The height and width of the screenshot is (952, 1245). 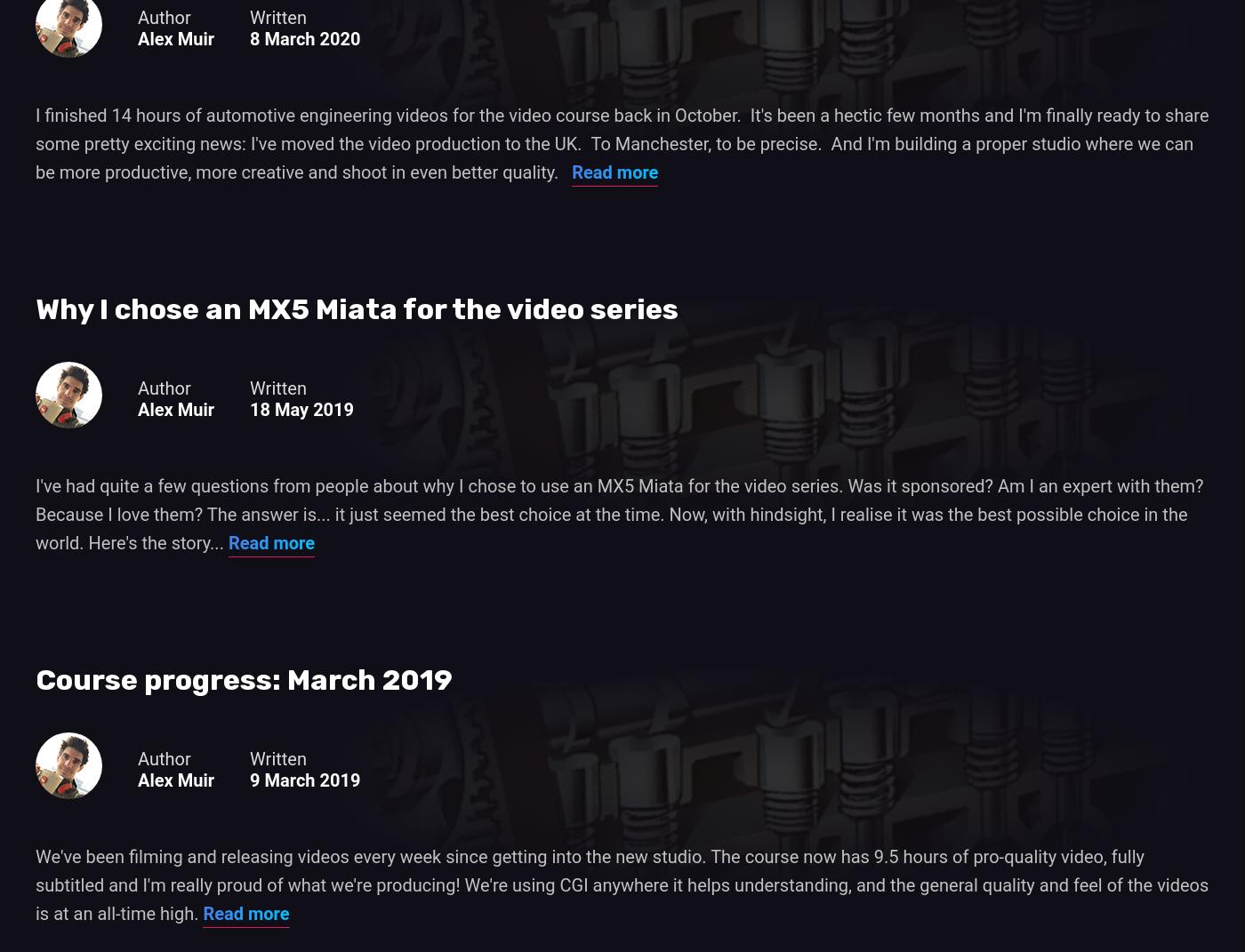 What do you see at coordinates (301, 408) in the screenshot?
I see `'18 May 2019'` at bounding box center [301, 408].